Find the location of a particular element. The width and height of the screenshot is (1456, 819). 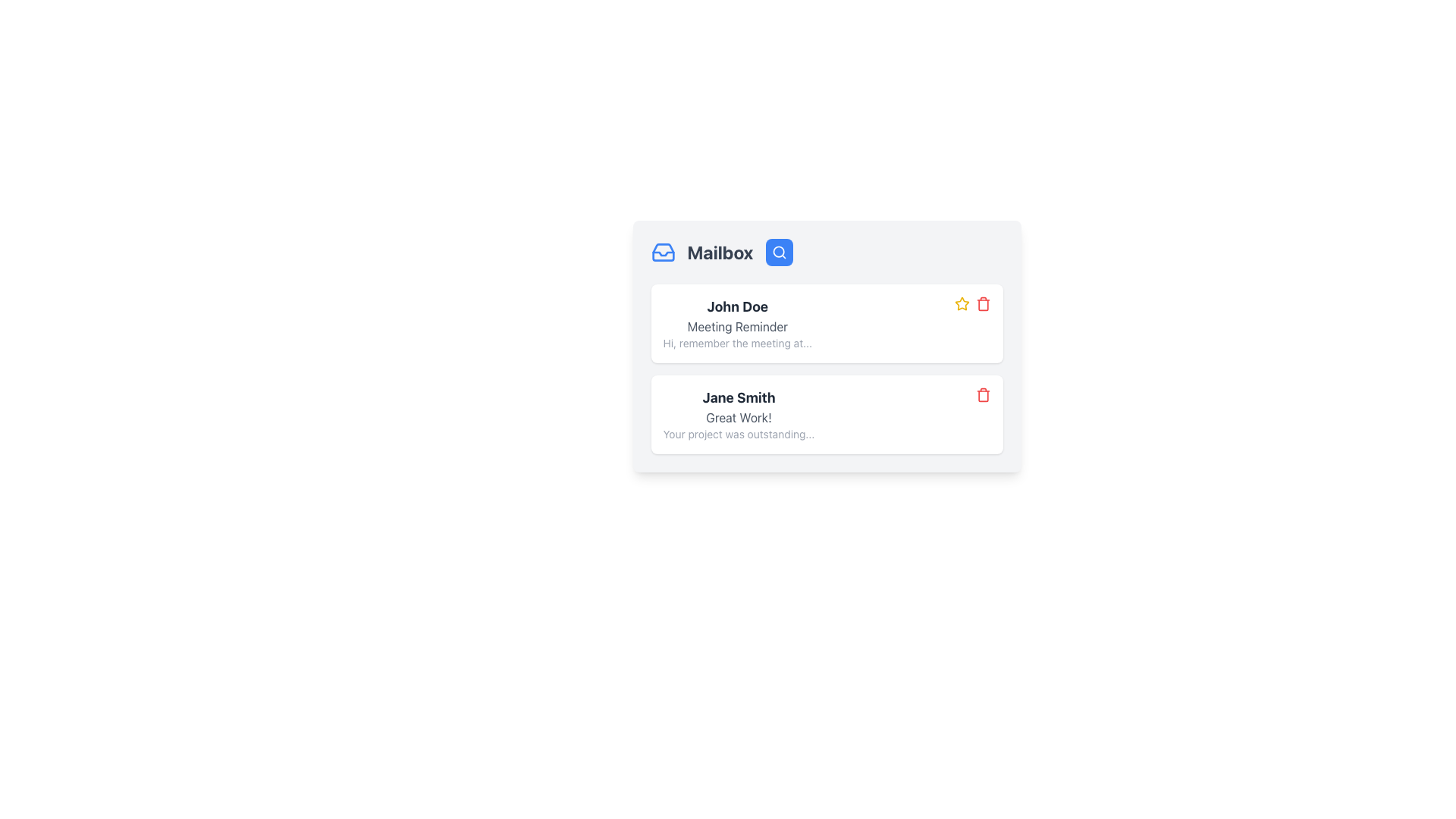

the static text that serves as a subtitle for the message preview, located directly below the title 'John Doe' and above the description 'Hi, remember the meeting at...' is located at coordinates (737, 326).